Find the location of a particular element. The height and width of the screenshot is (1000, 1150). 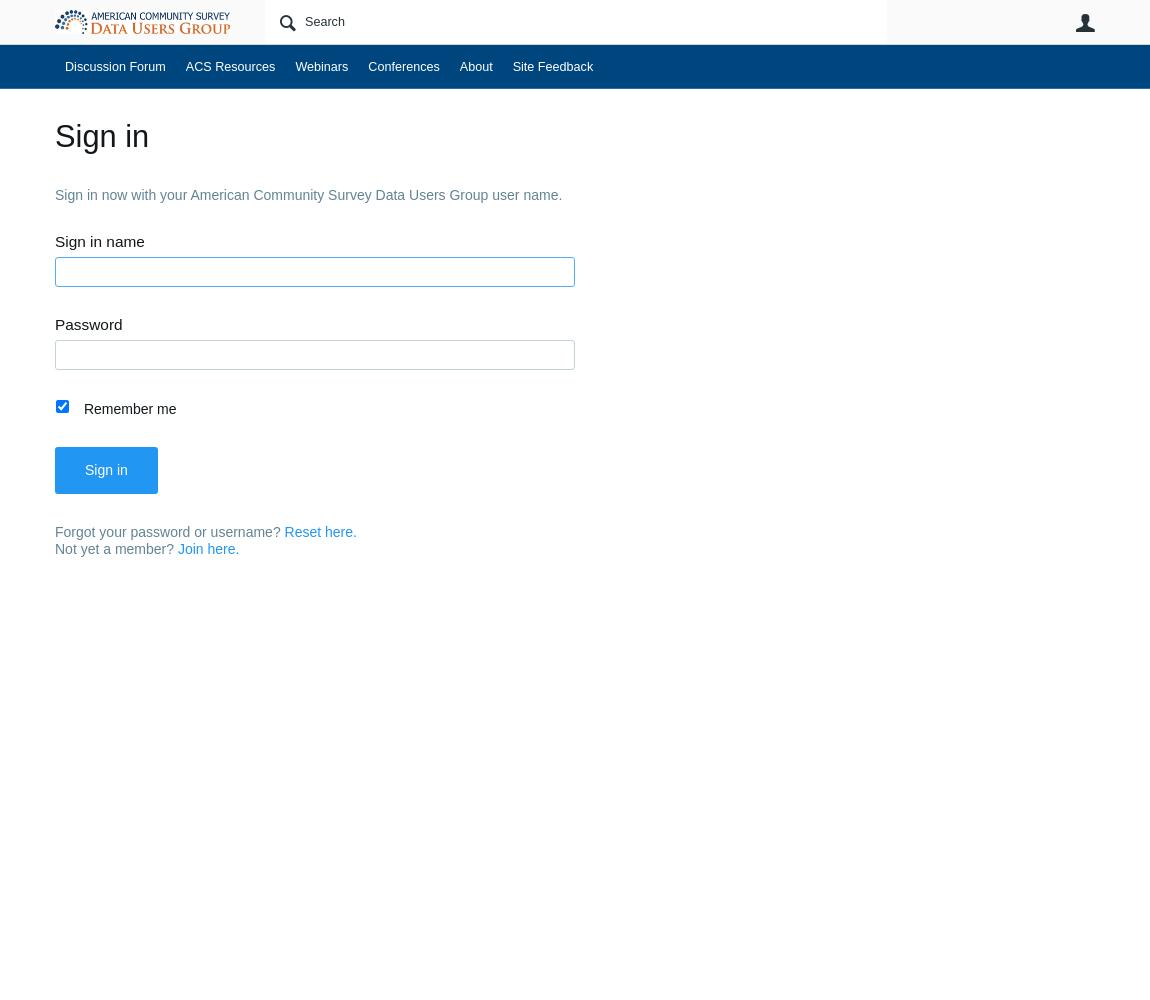

'About' is located at coordinates (475, 66).